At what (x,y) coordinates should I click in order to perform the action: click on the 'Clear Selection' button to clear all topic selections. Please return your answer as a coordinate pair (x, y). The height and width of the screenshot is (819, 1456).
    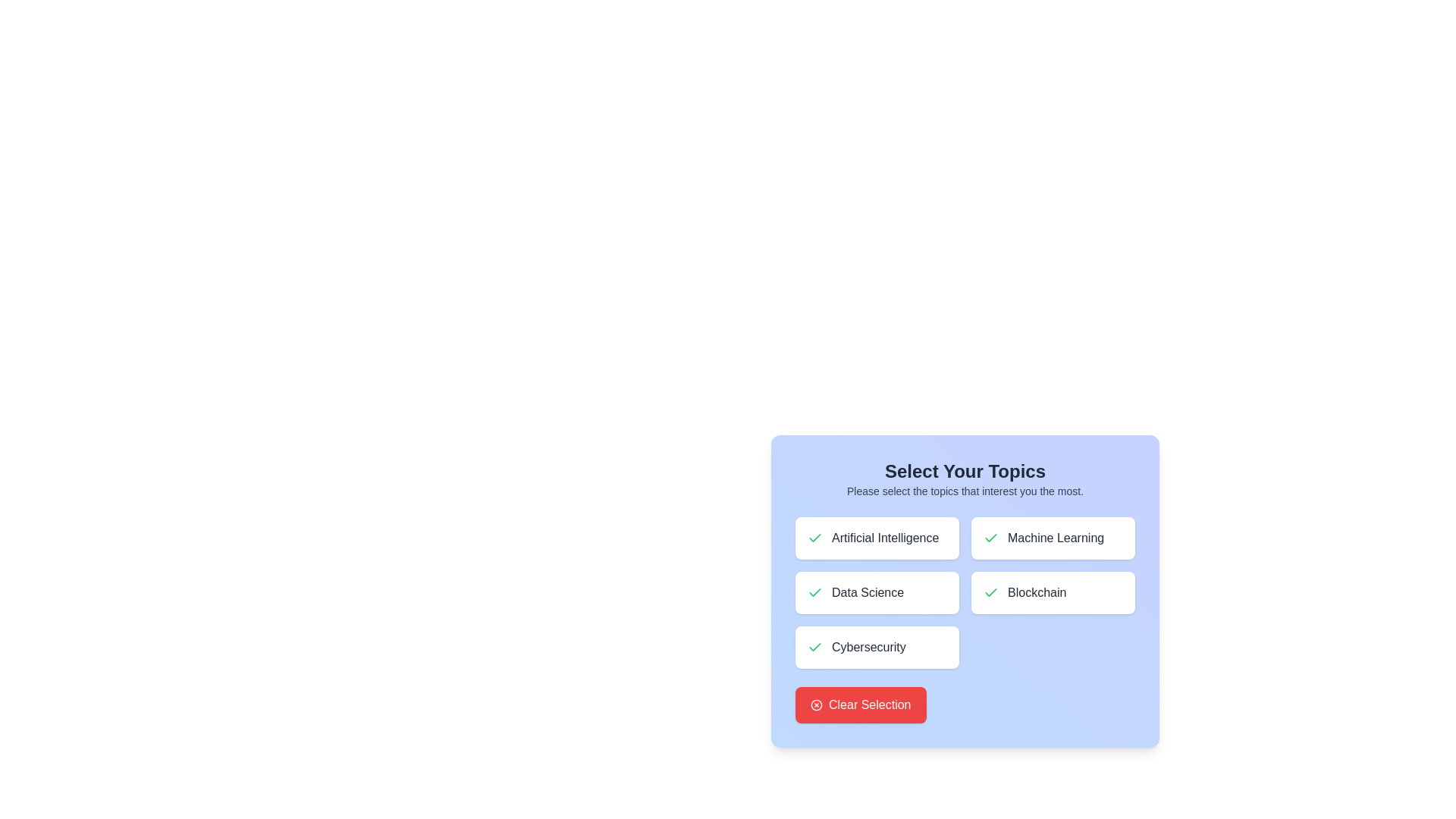
    Looking at the image, I should click on (860, 704).